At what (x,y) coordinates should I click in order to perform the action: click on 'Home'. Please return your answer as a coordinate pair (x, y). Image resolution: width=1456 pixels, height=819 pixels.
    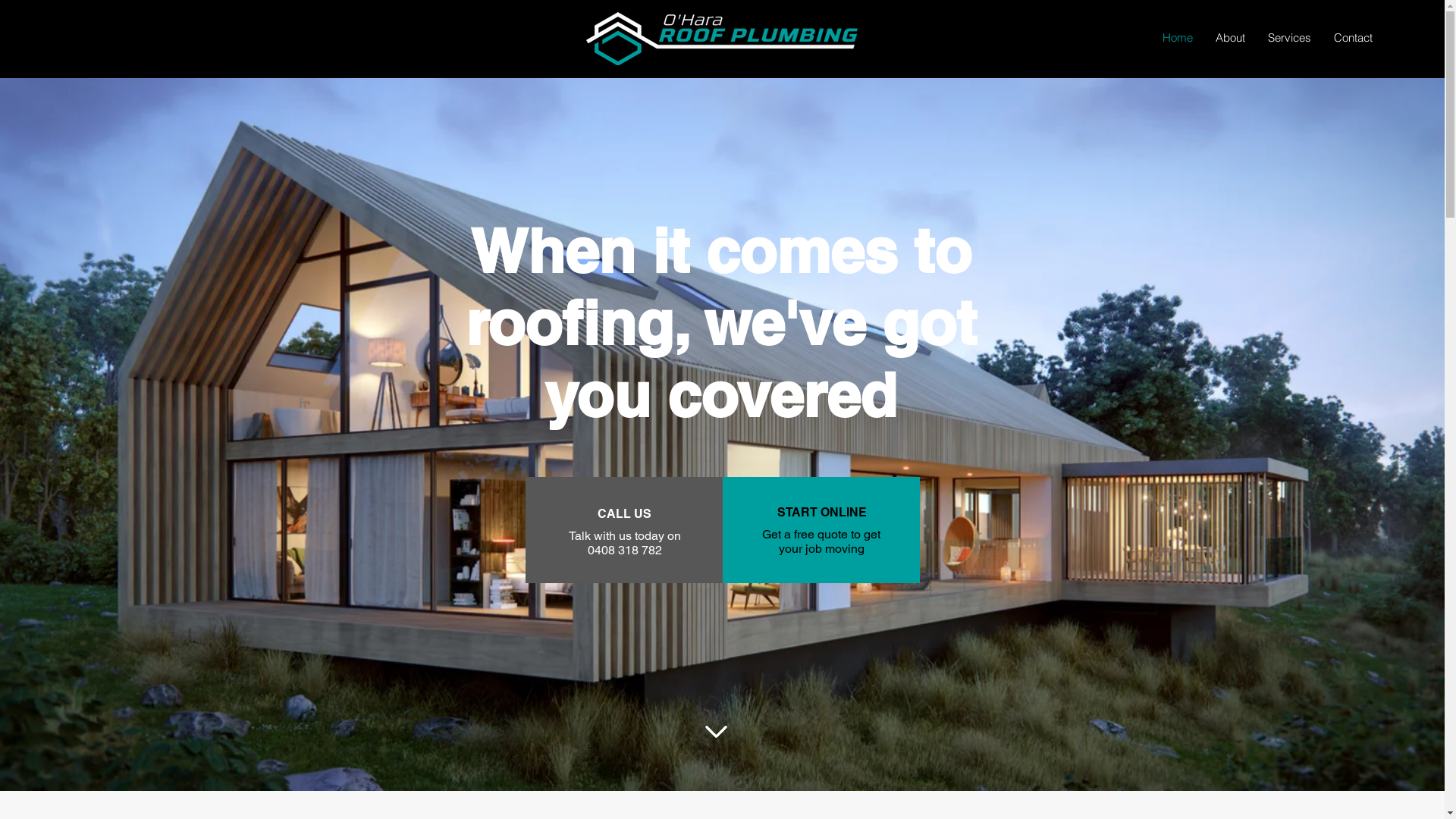
    Looking at the image, I should click on (1177, 37).